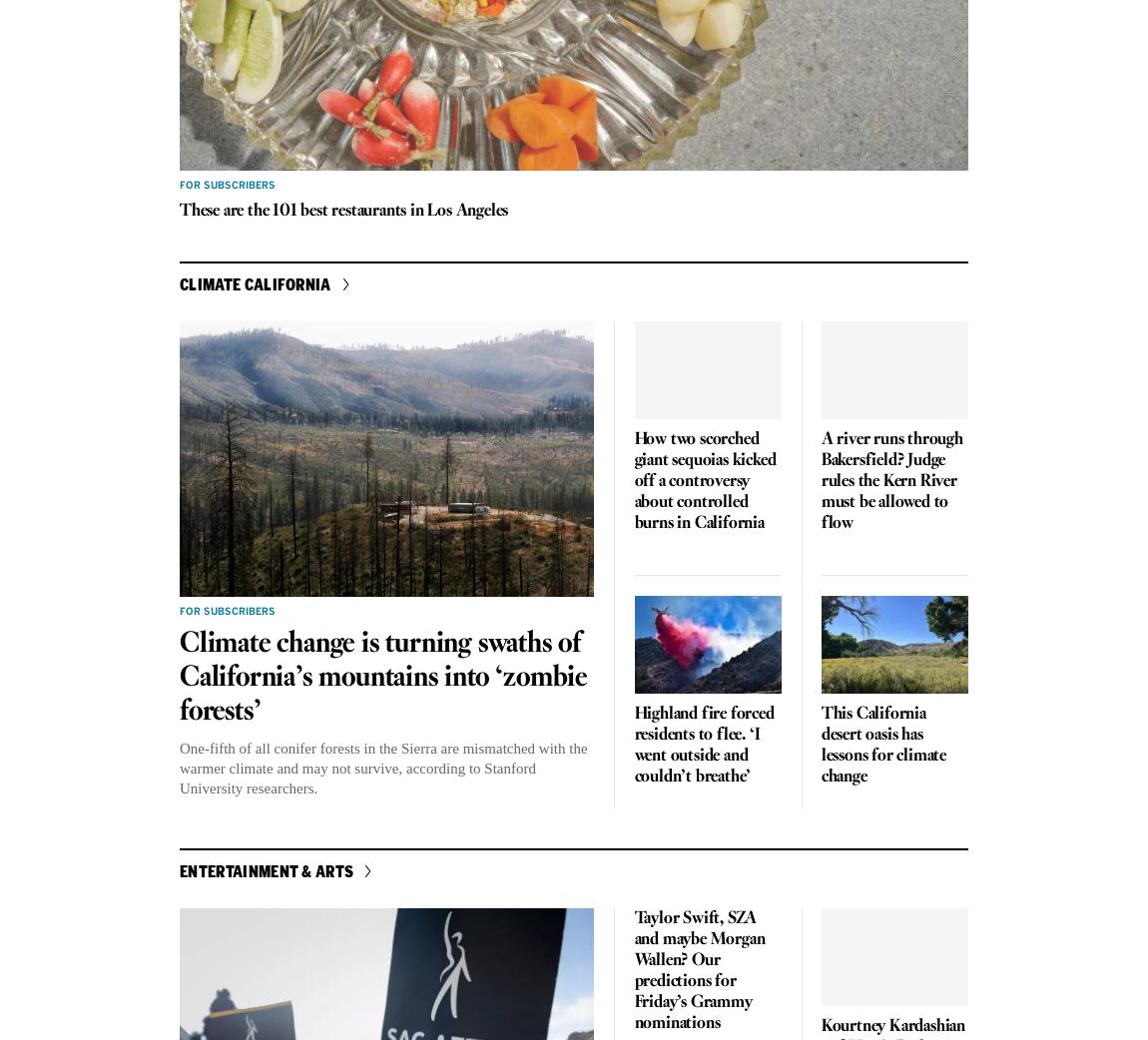 This screenshot has height=1040, width=1148. Describe the element at coordinates (698, 971) in the screenshot. I see `'Taylor Swift, SZA and maybe Morgan Wallen? Our predictions for Friday’s Grammy nominations'` at that location.